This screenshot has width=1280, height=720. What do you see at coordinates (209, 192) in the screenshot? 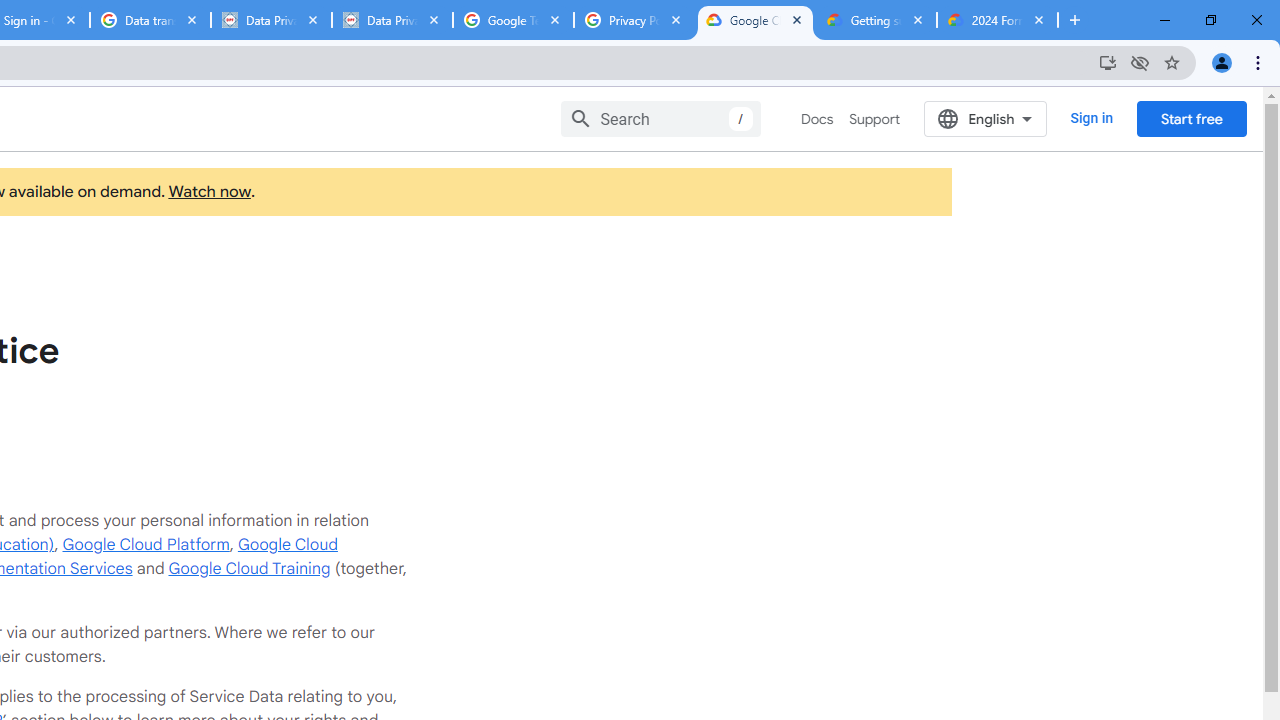
I see `'Watch now'` at bounding box center [209, 192].